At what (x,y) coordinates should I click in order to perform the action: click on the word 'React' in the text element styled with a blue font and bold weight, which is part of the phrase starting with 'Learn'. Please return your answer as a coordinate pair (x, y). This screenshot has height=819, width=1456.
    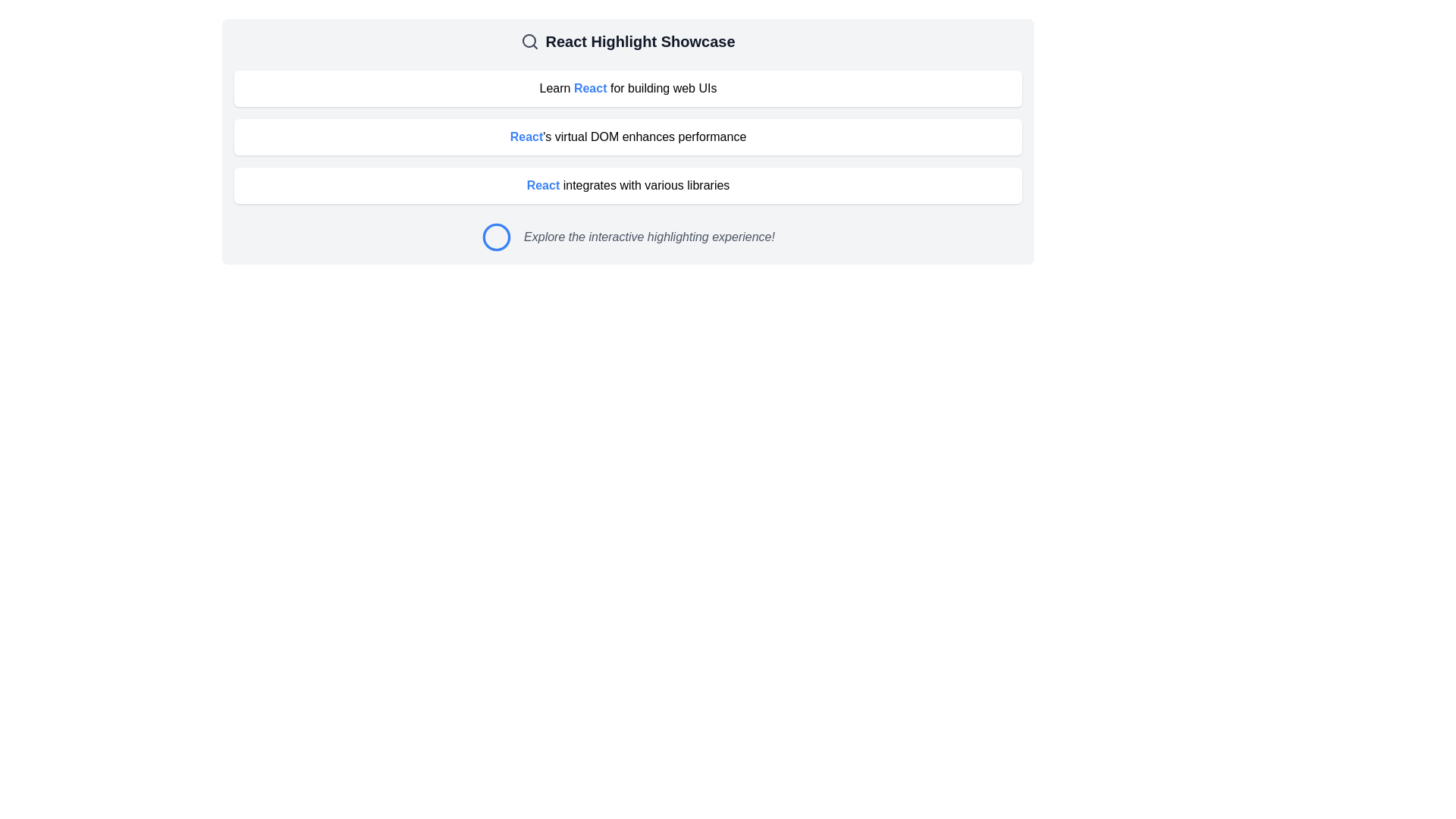
    Looking at the image, I should click on (645, 88).